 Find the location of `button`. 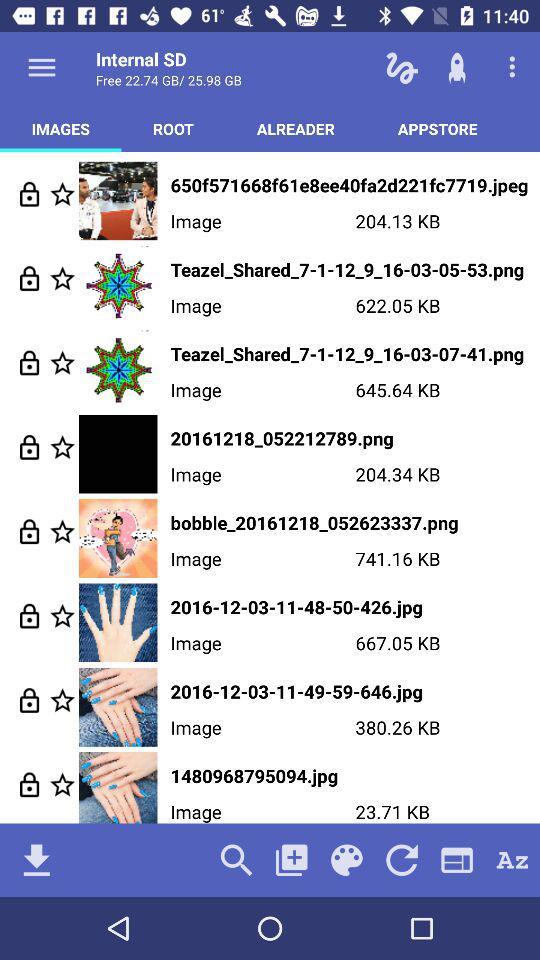

button is located at coordinates (62, 277).